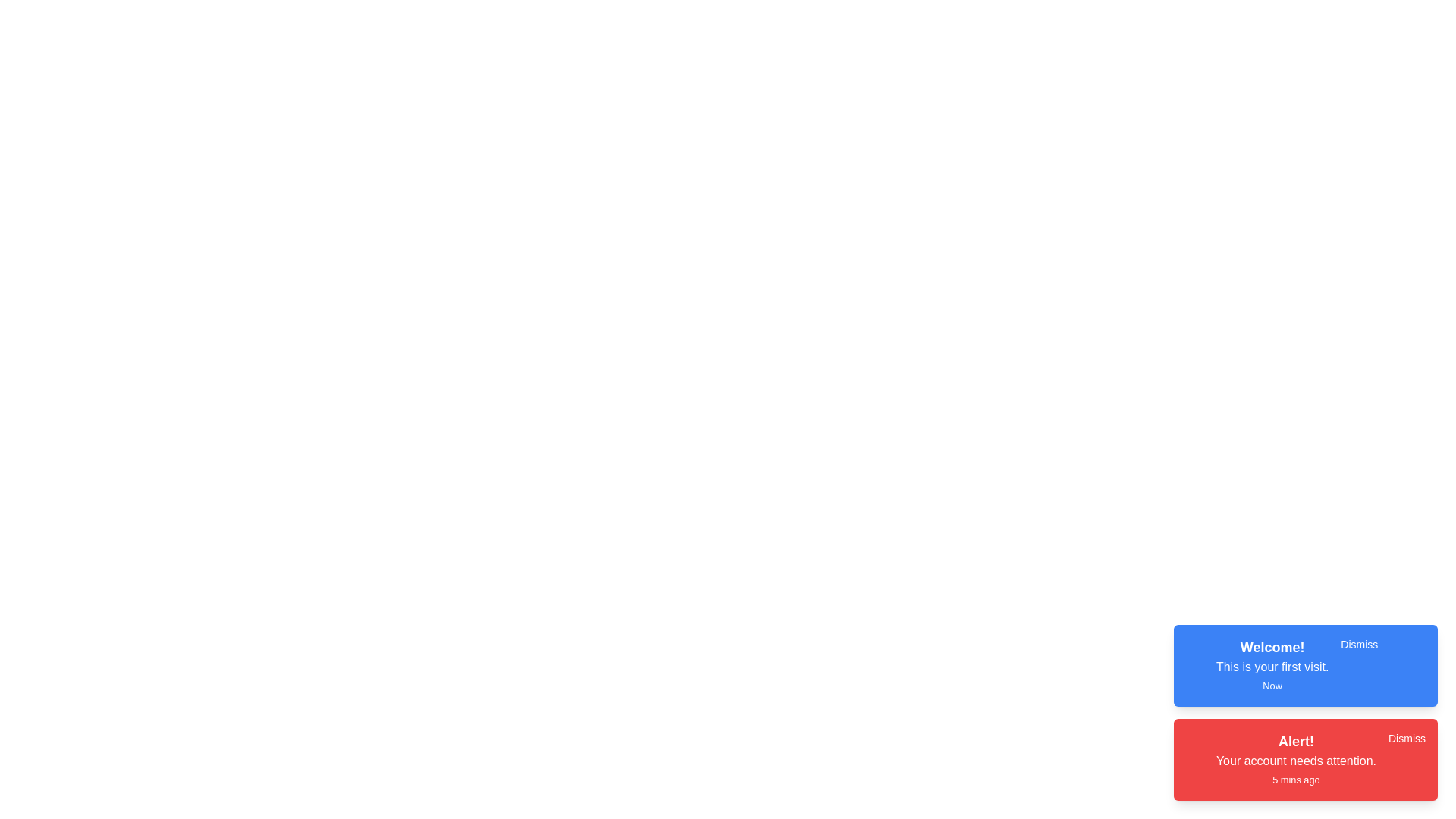  What do you see at coordinates (1406, 738) in the screenshot?
I see `the 'Dismiss' button for the notification with title 'Alert!'` at bounding box center [1406, 738].